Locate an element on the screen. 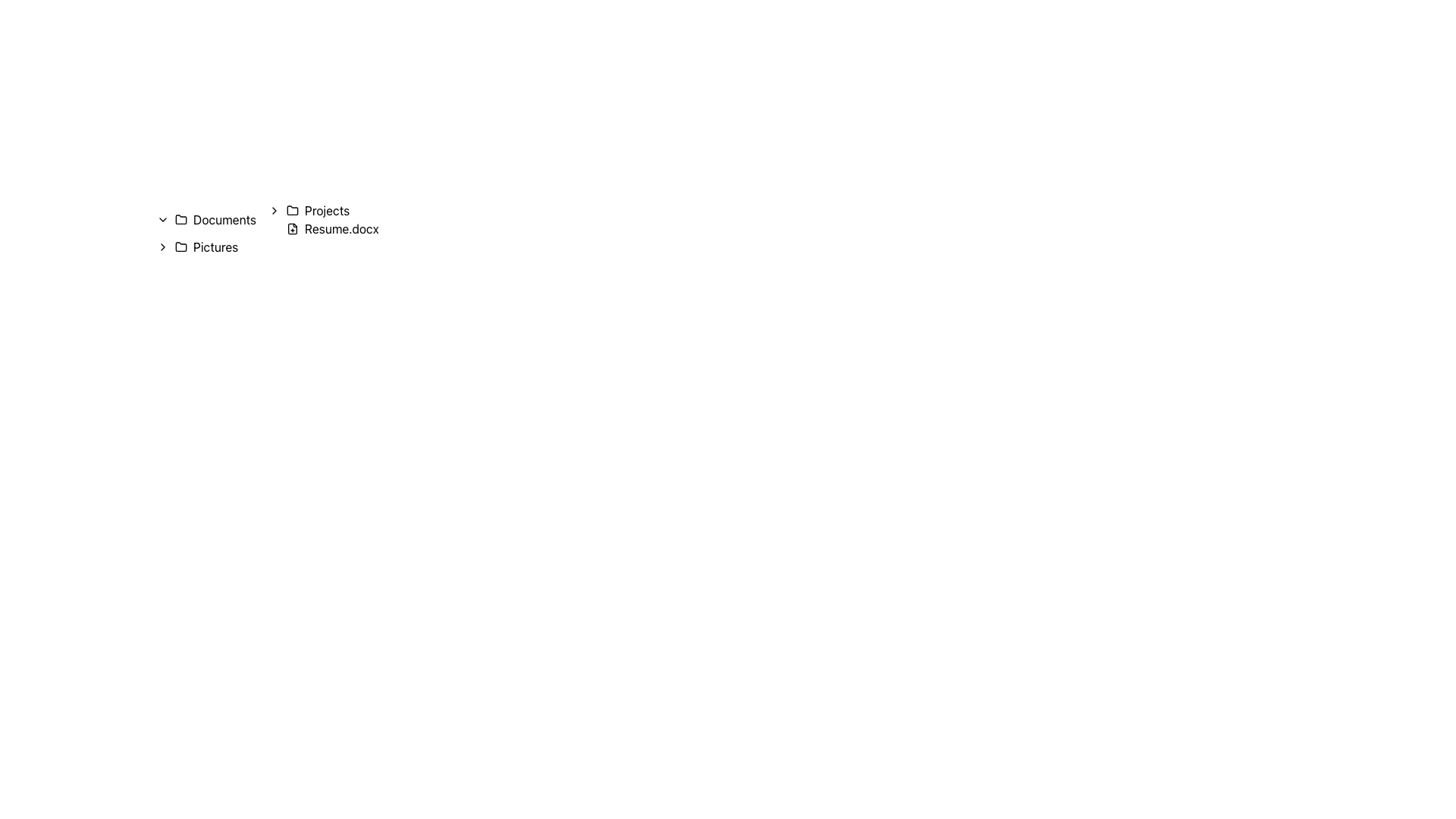  the text label displaying 'Documents' is located at coordinates (224, 219).